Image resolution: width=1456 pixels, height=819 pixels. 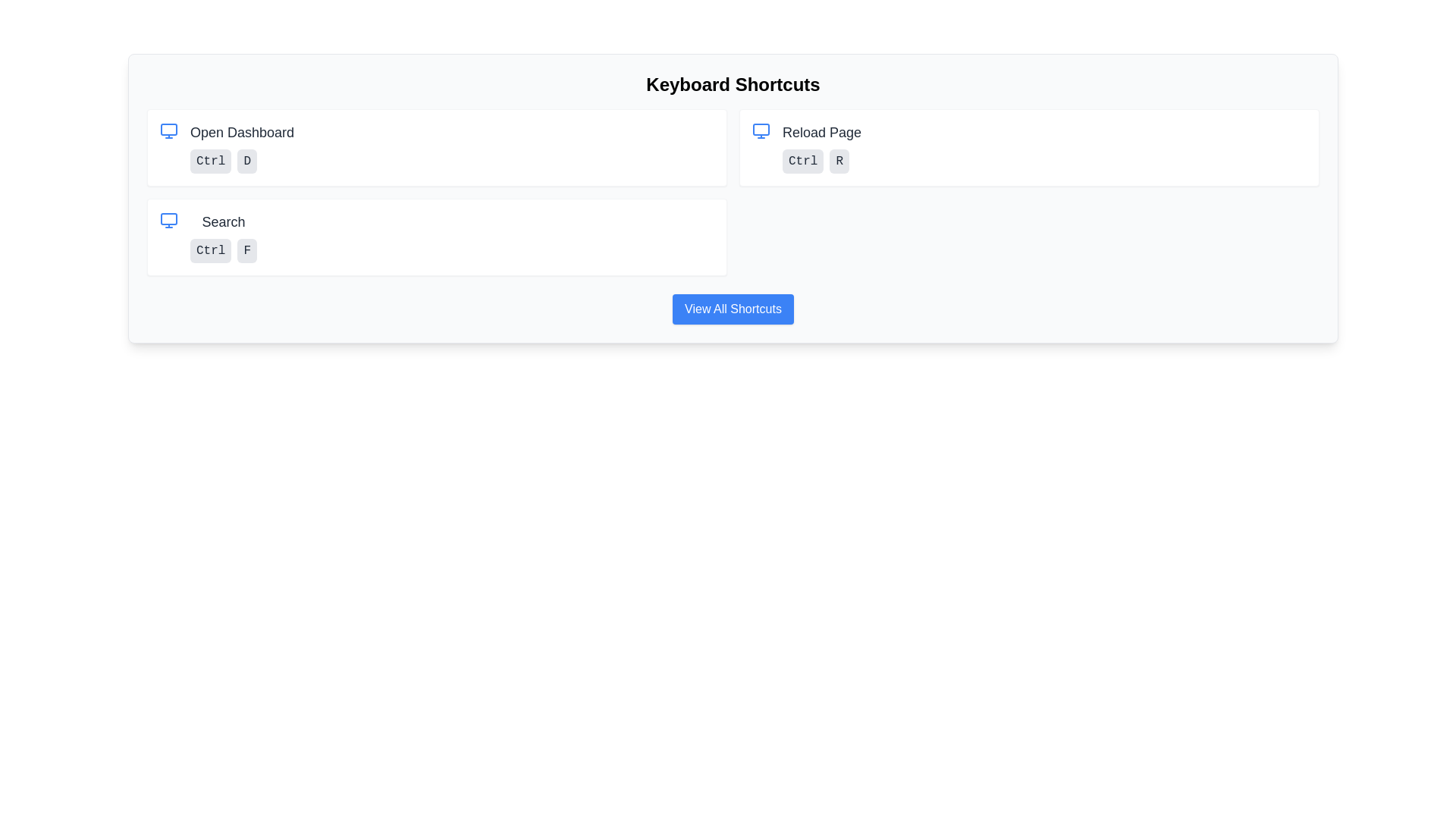 I want to click on the 'Ctrl' or 'F' keys shortcut indication located below the 'Open Dashboard' shortcut, so click(x=223, y=237).